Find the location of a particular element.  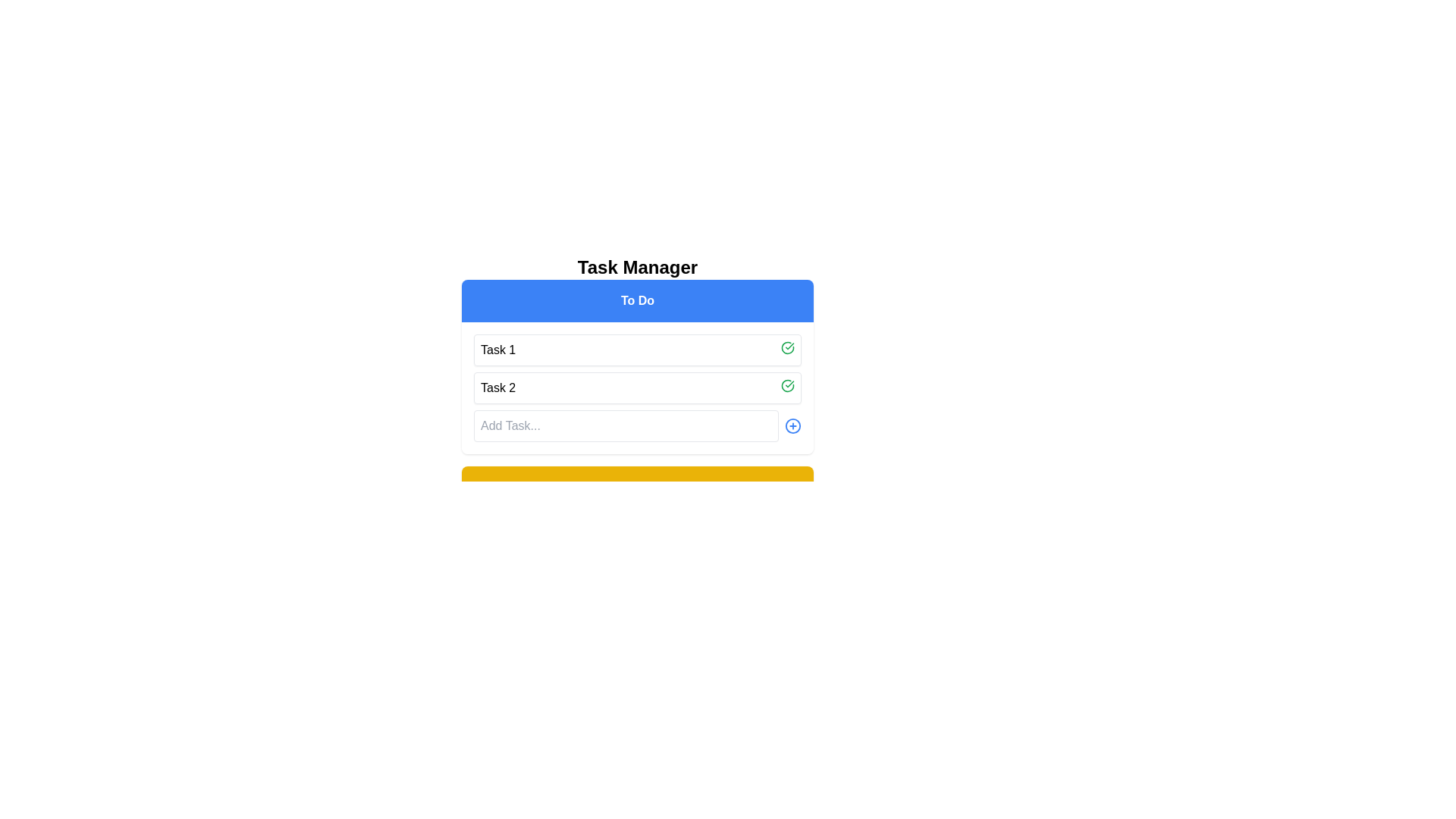

the 'Task 2' element, which is the second item in a vertically stacked list of tasks is located at coordinates (637, 388).